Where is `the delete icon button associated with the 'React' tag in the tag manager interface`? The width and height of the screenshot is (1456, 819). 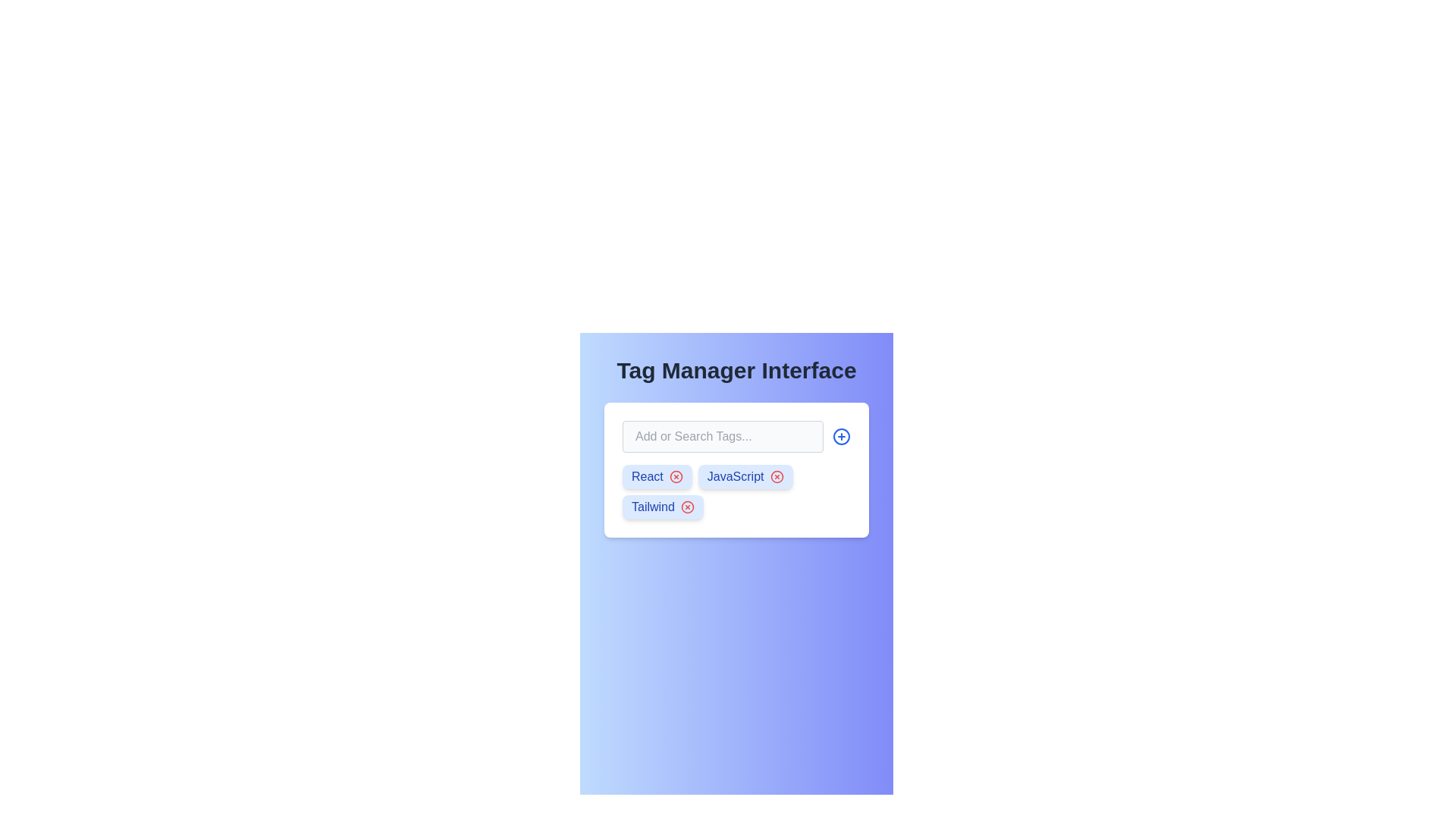 the delete icon button associated with the 'React' tag in the tag manager interface is located at coordinates (675, 475).